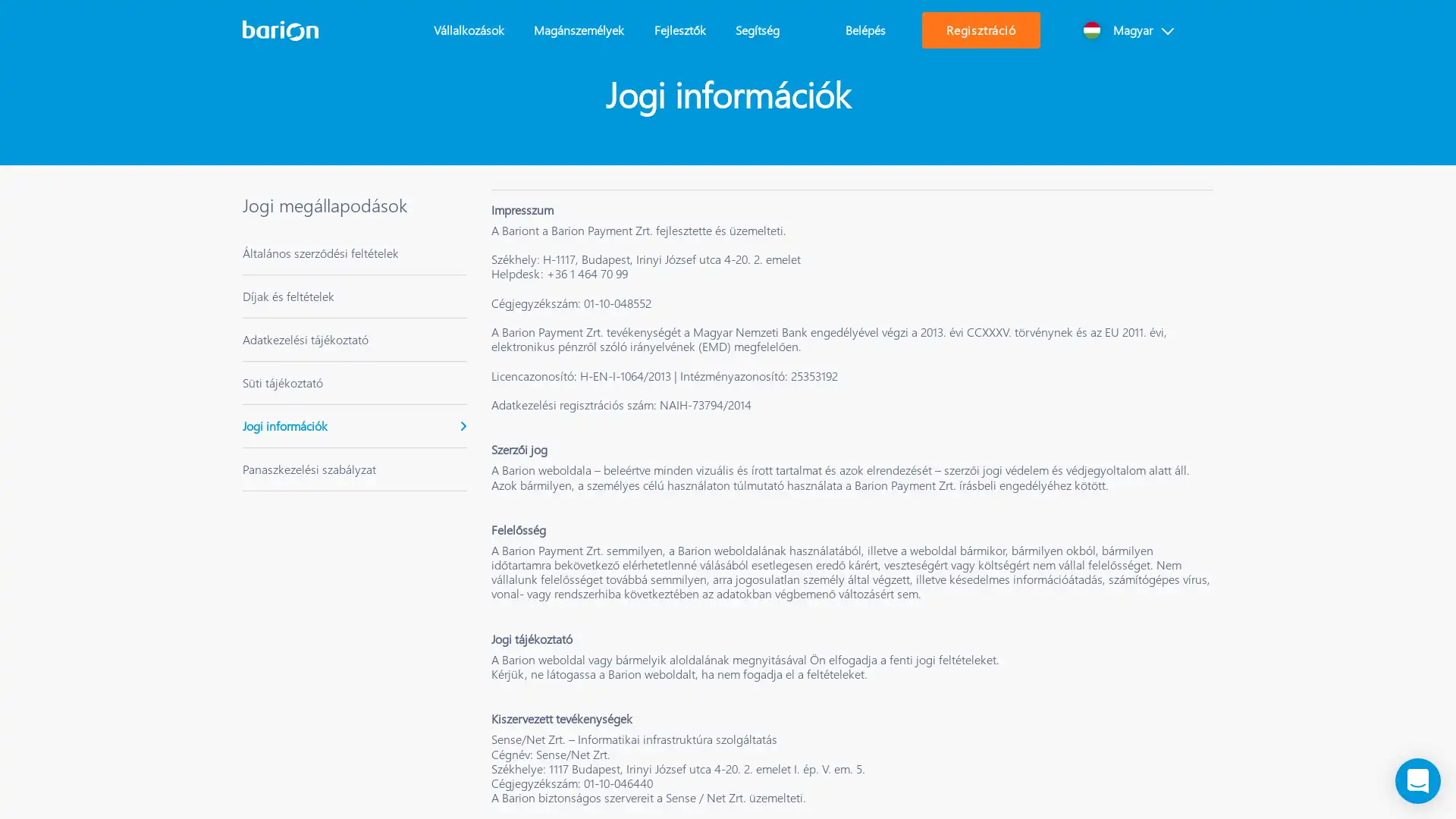  What do you see at coordinates (1223, 751) in the screenshot?
I see `Osszes suti elfogadasa` at bounding box center [1223, 751].